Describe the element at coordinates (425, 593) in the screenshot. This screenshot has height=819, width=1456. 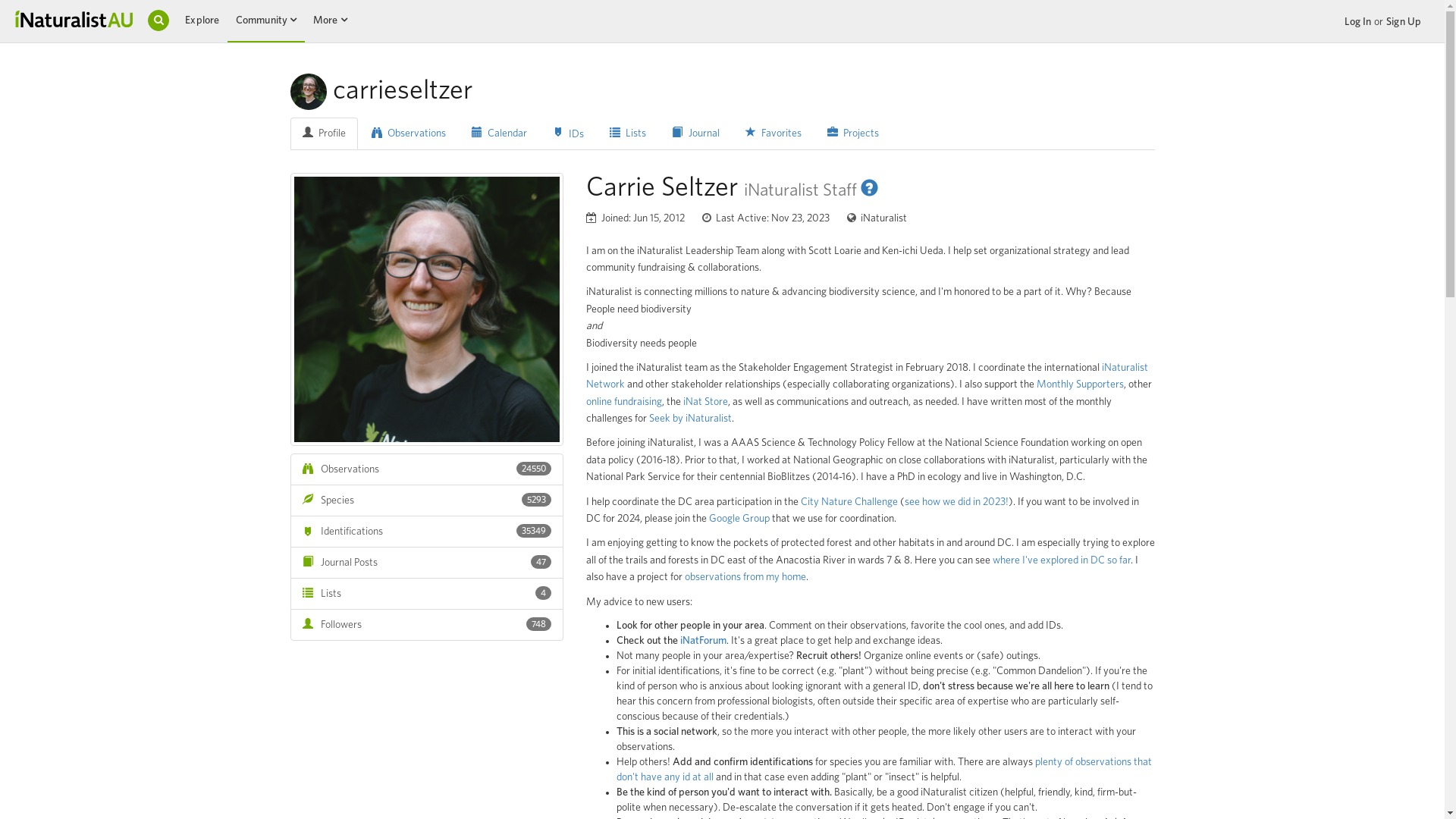
I see `'4` at that location.